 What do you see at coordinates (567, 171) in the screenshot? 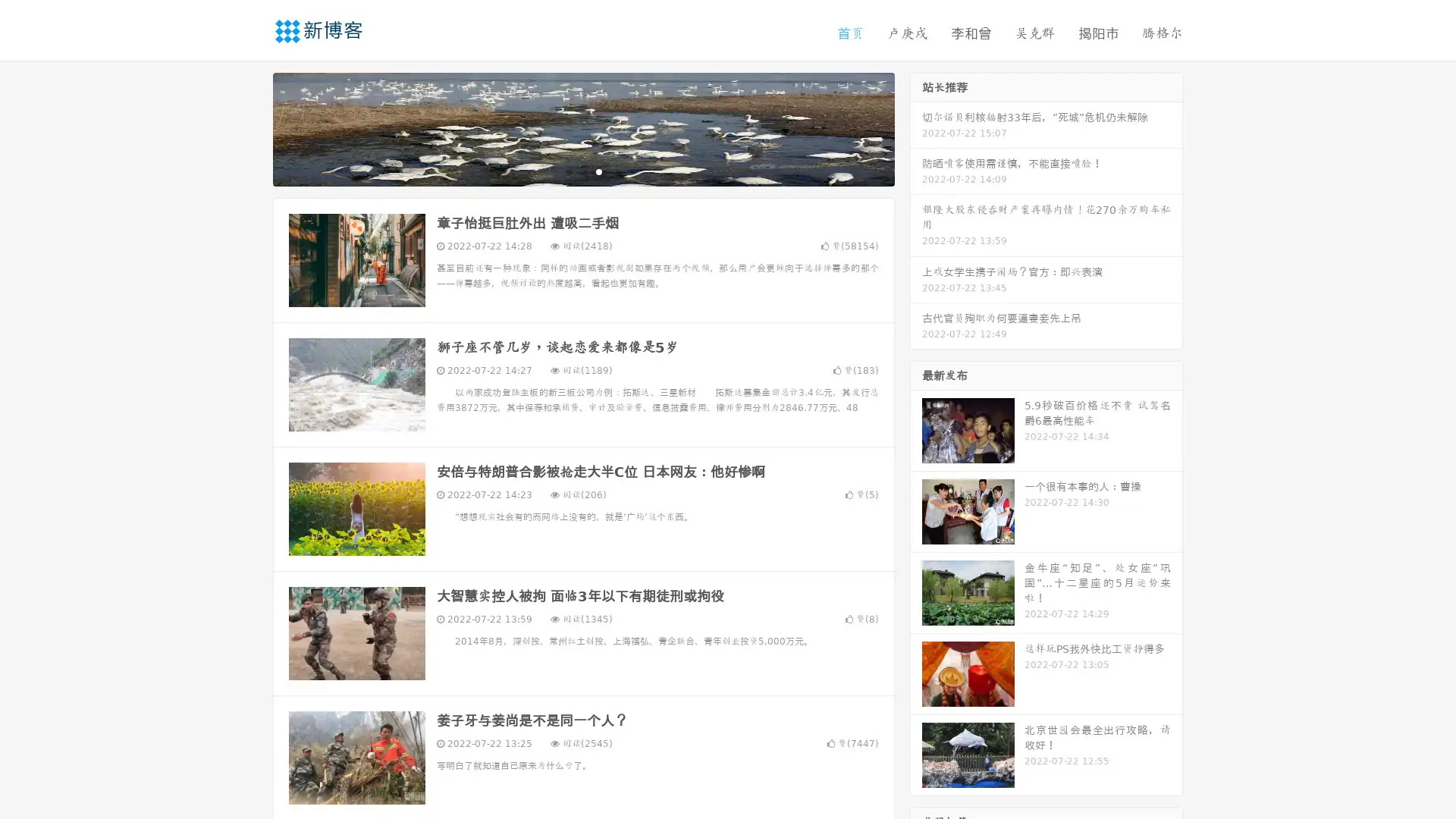
I see `Go to slide 1` at bounding box center [567, 171].